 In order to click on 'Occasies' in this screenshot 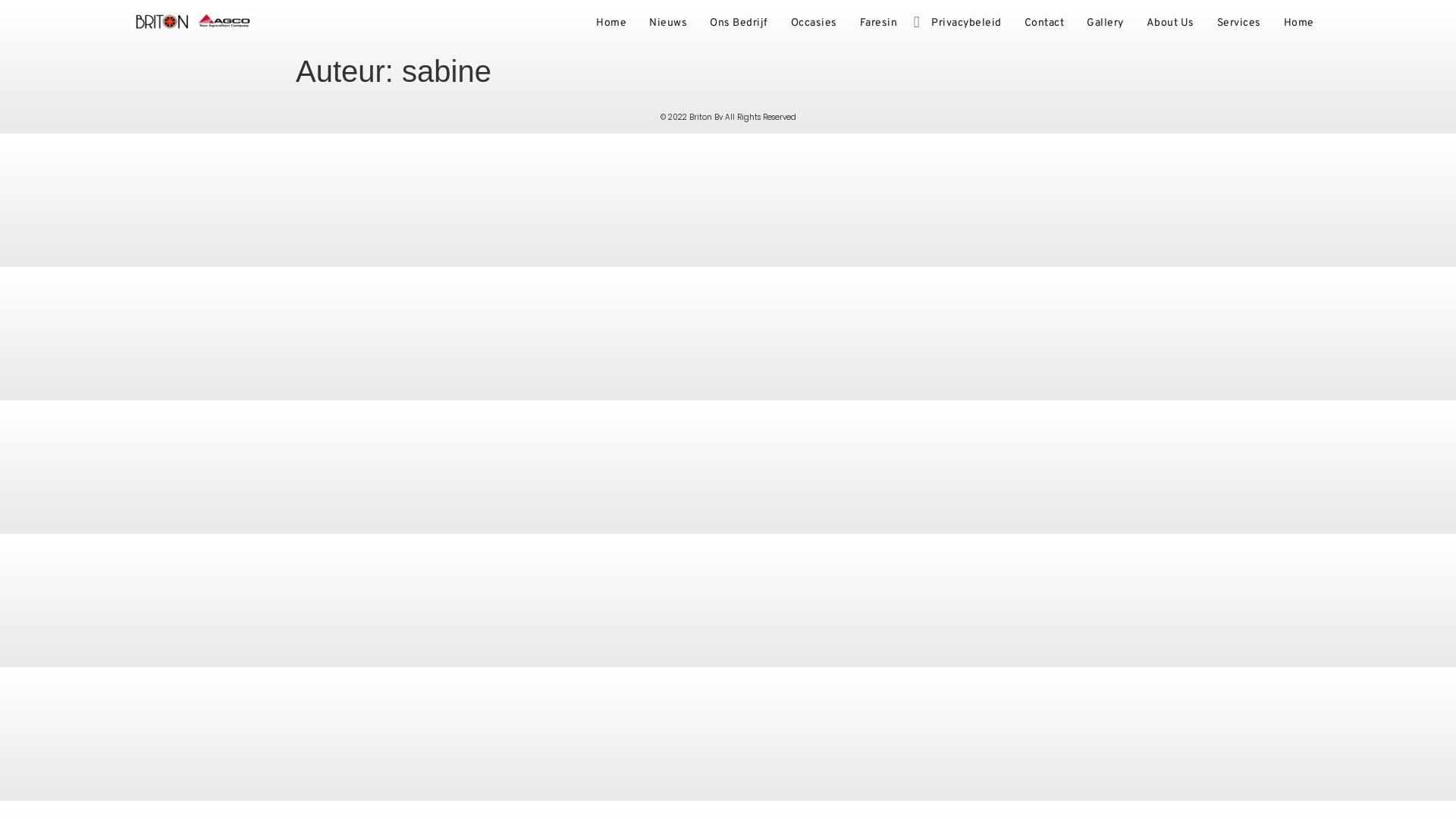, I will do `click(779, 23)`.